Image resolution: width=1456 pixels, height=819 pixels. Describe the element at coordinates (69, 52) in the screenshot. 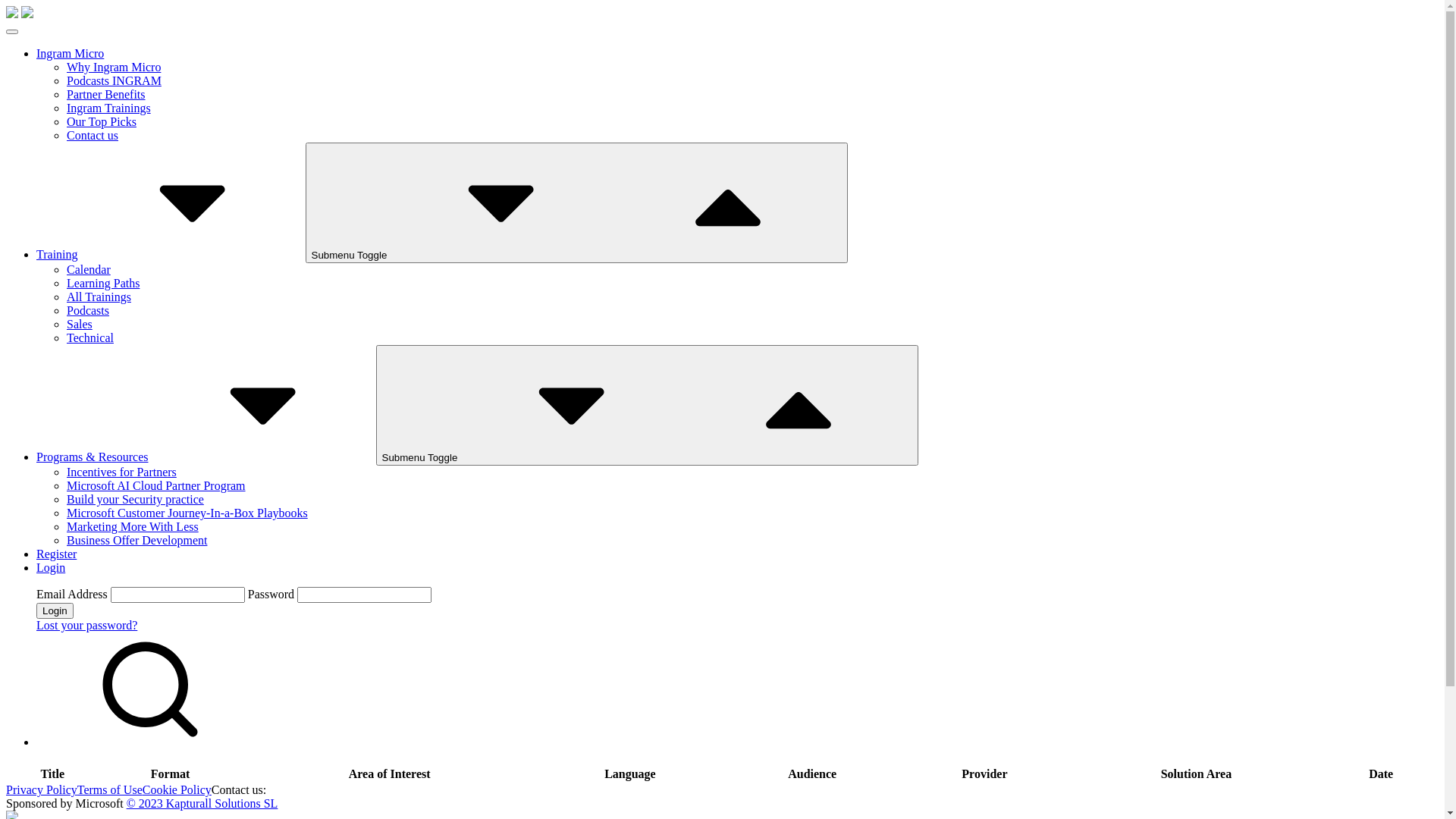

I see `'Ingram Micro'` at that location.